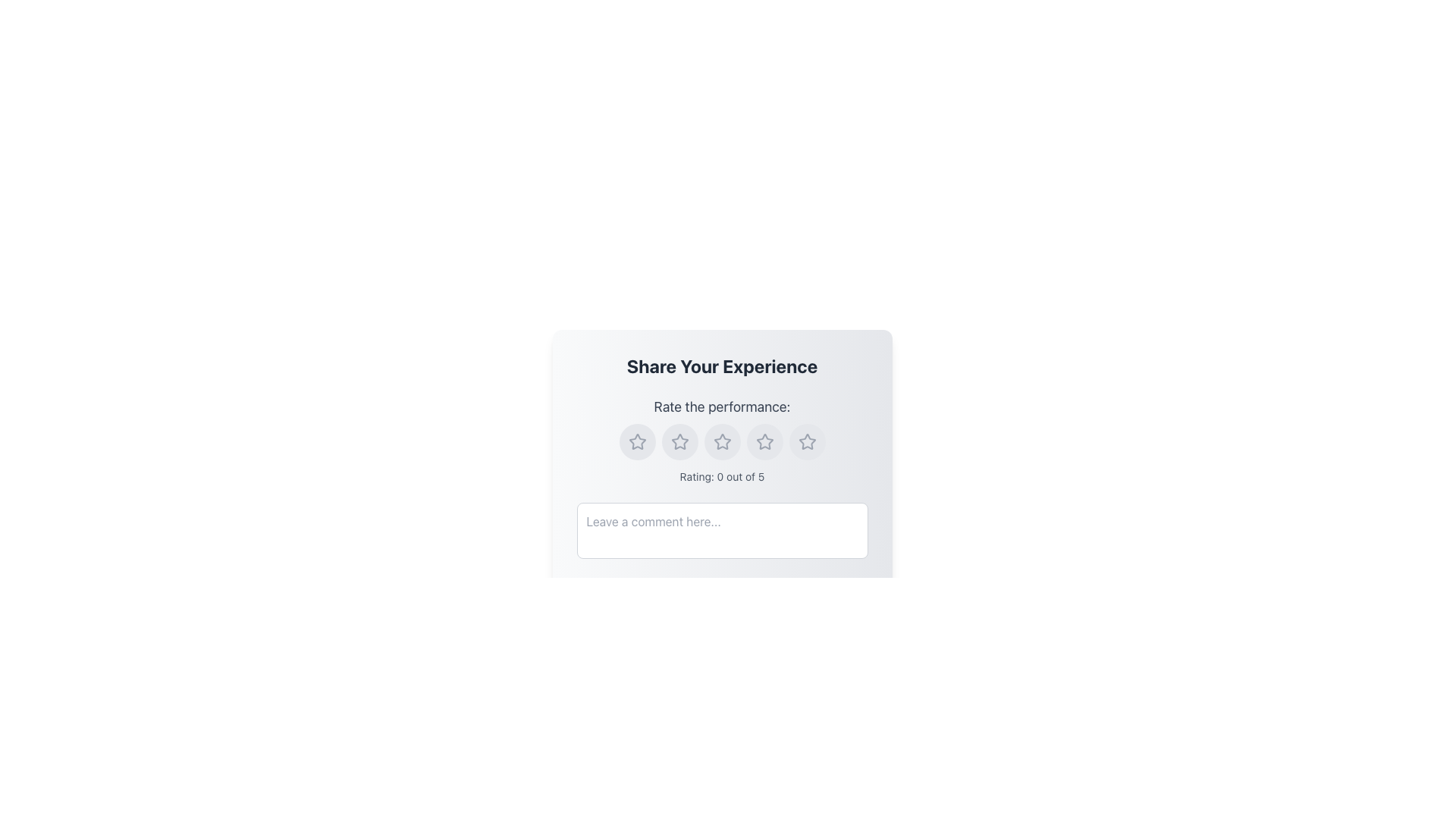 This screenshot has width=1456, height=819. Describe the element at coordinates (679, 441) in the screenshot. I see `the second star icon in the rating system located below the 'Rate the performance:' label` at that location.